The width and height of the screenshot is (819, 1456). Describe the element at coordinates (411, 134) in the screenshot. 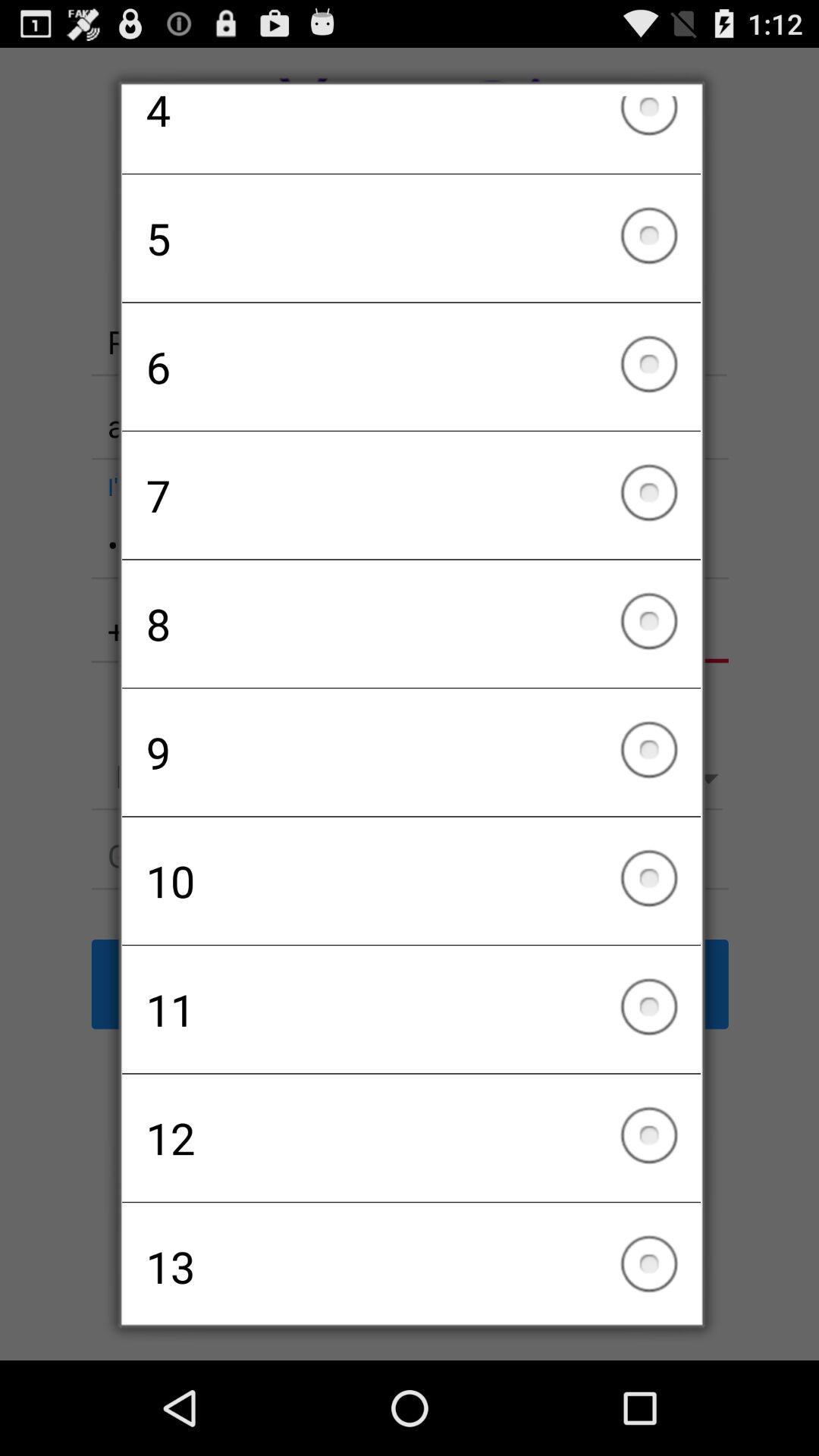

I see `the icon above the 5` at that location.